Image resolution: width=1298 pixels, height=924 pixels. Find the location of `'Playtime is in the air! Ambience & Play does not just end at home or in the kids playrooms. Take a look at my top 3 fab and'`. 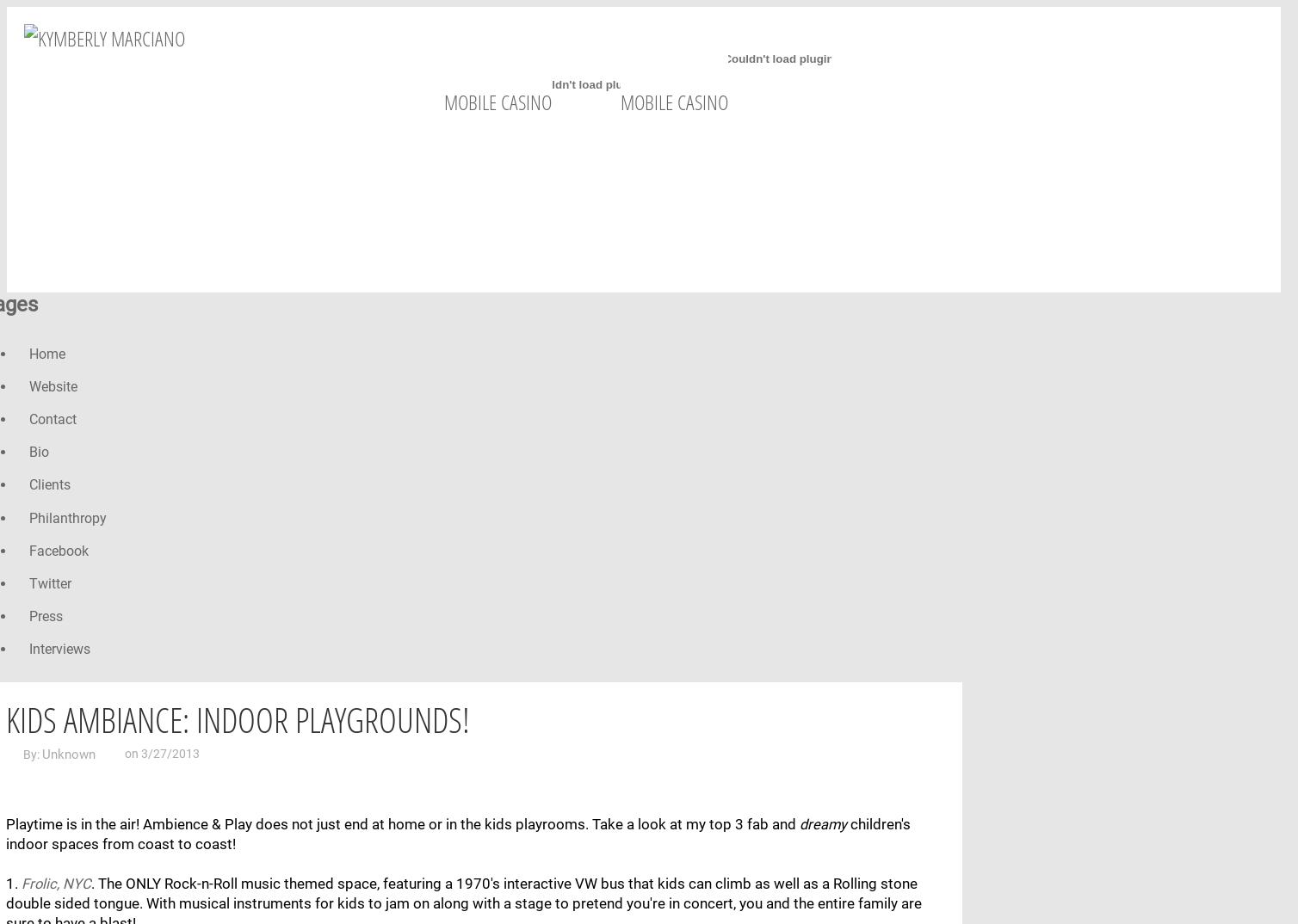

'Playtime is in the air! Ambience & Play does not just end at home or in the kids playrooms. Take a look at my top 3 fab and' is located at coordinates (402, 823).